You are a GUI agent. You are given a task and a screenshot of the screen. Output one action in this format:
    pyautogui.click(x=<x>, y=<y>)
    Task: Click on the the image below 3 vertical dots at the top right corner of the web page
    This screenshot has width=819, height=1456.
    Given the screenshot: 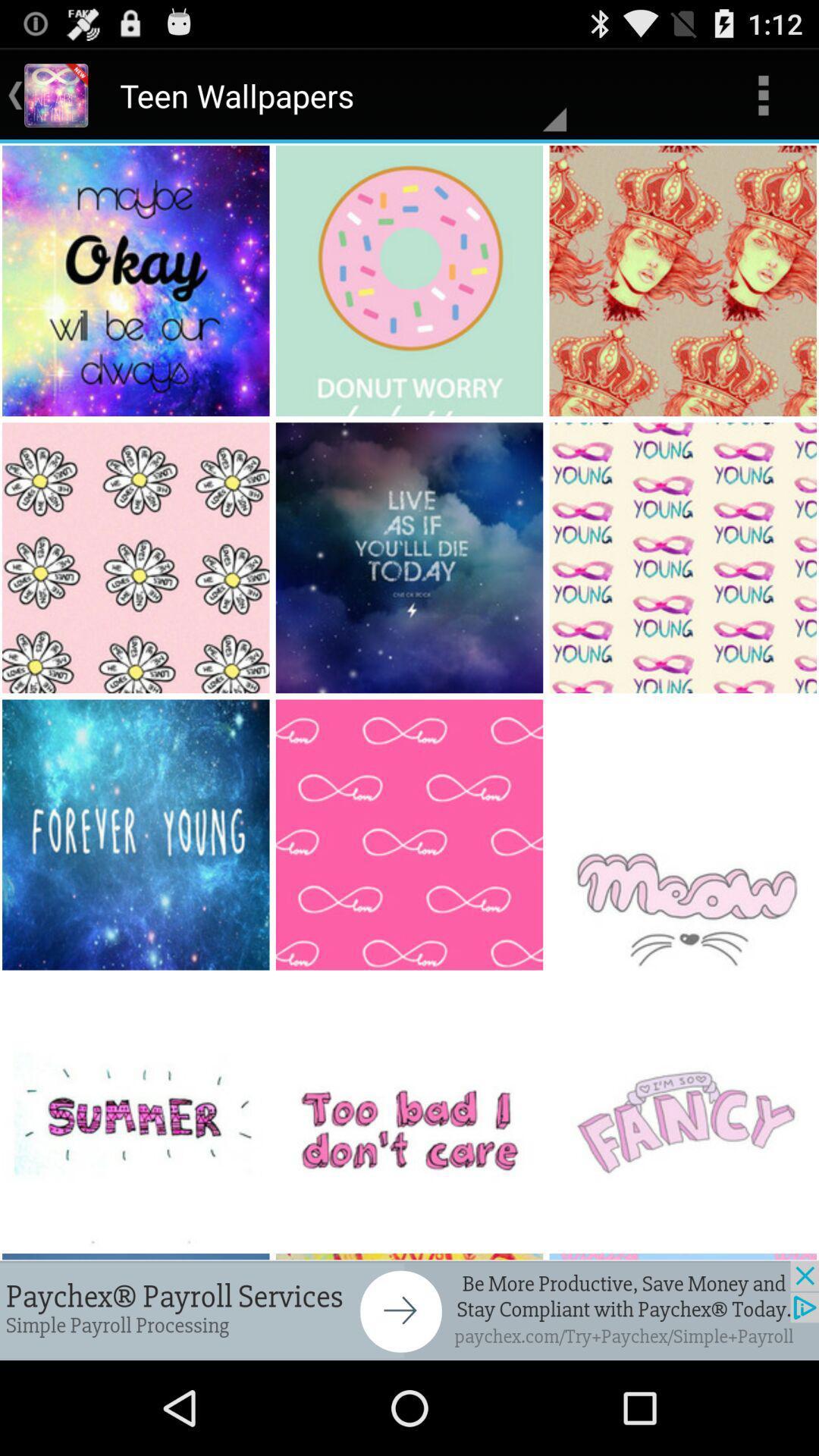 What is the action you would take?
    pyautogui.click(x=684, y=281)
    